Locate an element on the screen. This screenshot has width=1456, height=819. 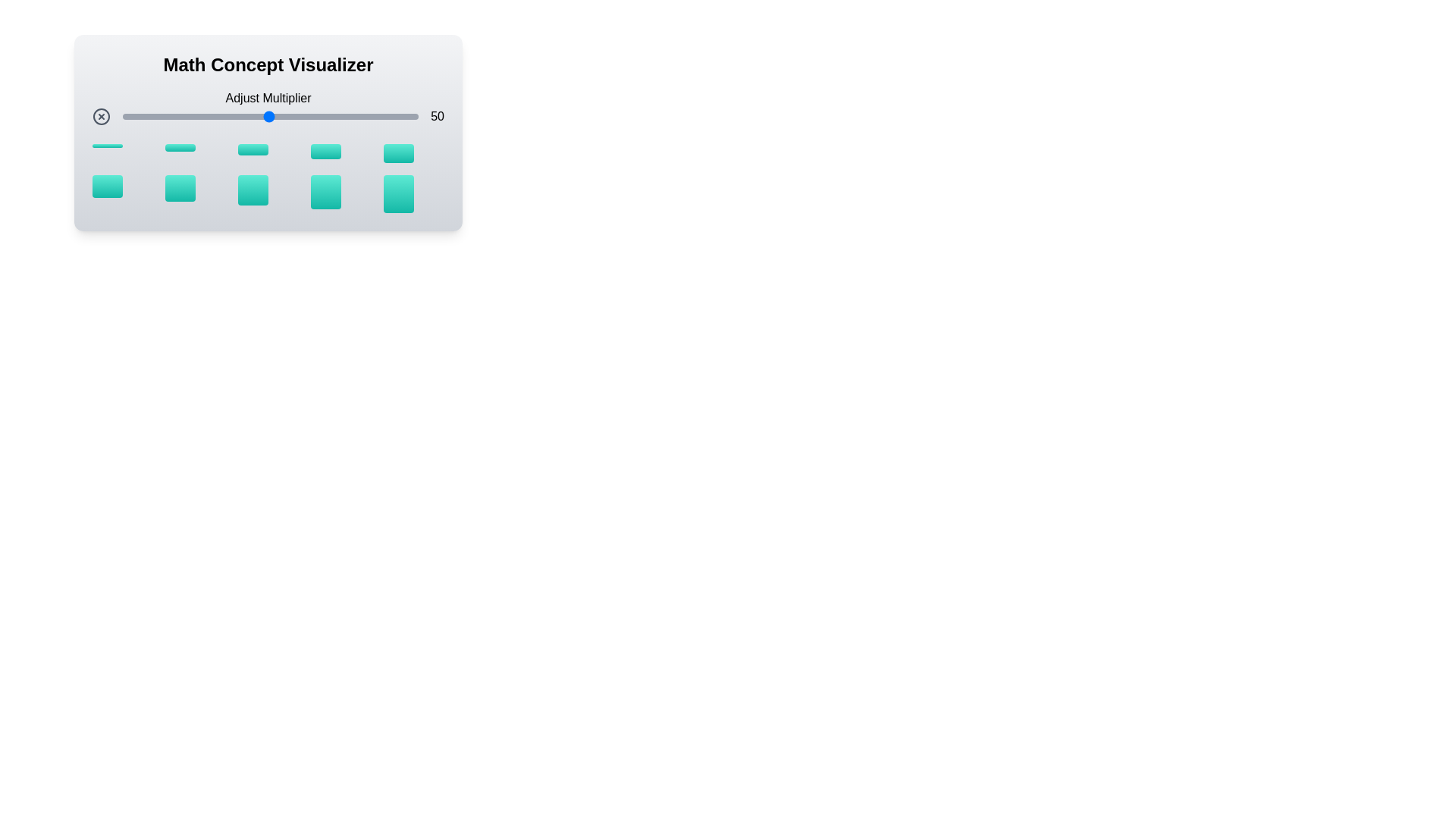
the multiplier slider to set the value to 36 is located at coordinates (226, 116).